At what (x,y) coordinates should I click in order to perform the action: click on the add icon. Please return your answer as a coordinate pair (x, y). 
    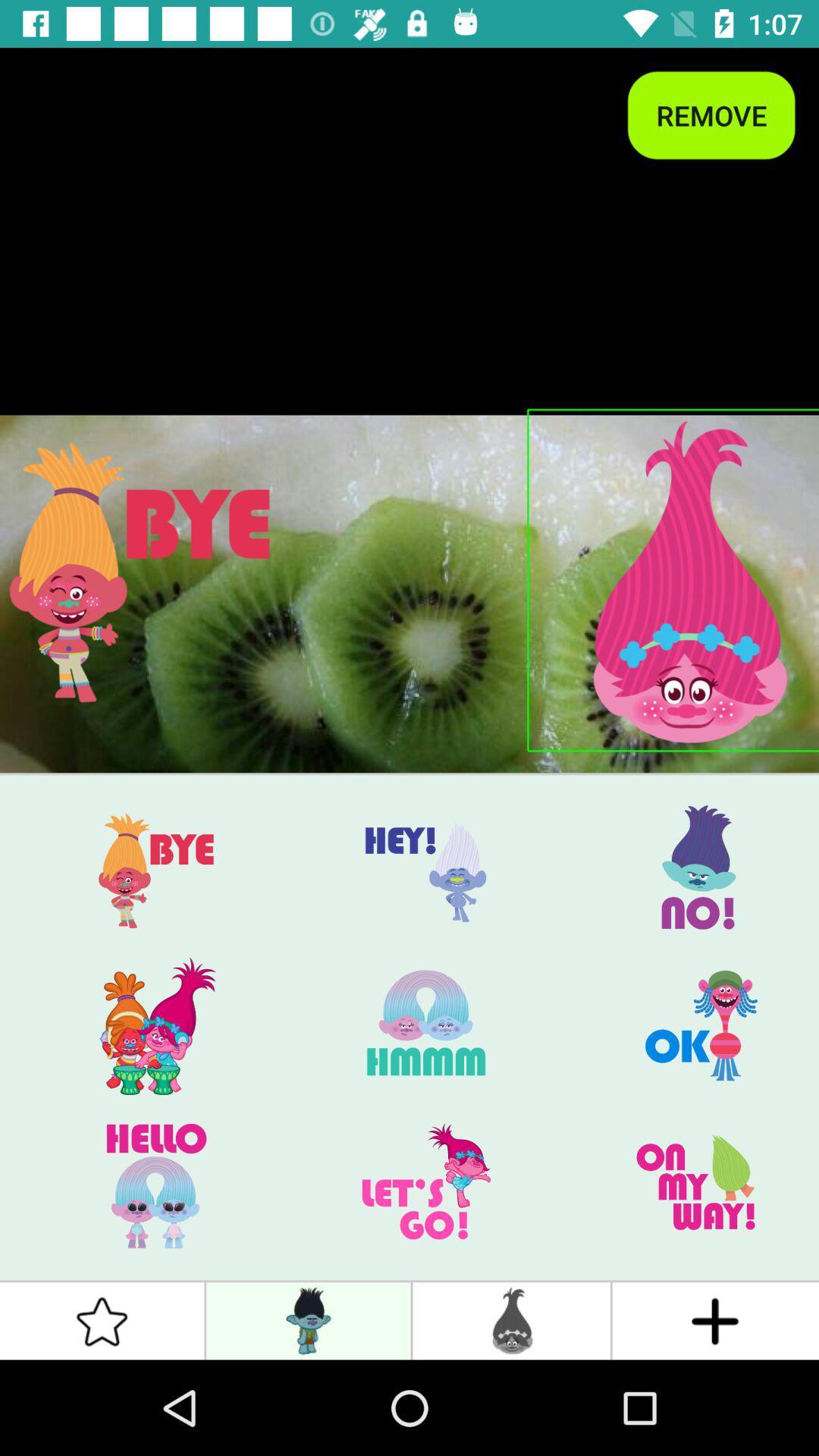
    Looking at the image, I should click on (715, 1320).